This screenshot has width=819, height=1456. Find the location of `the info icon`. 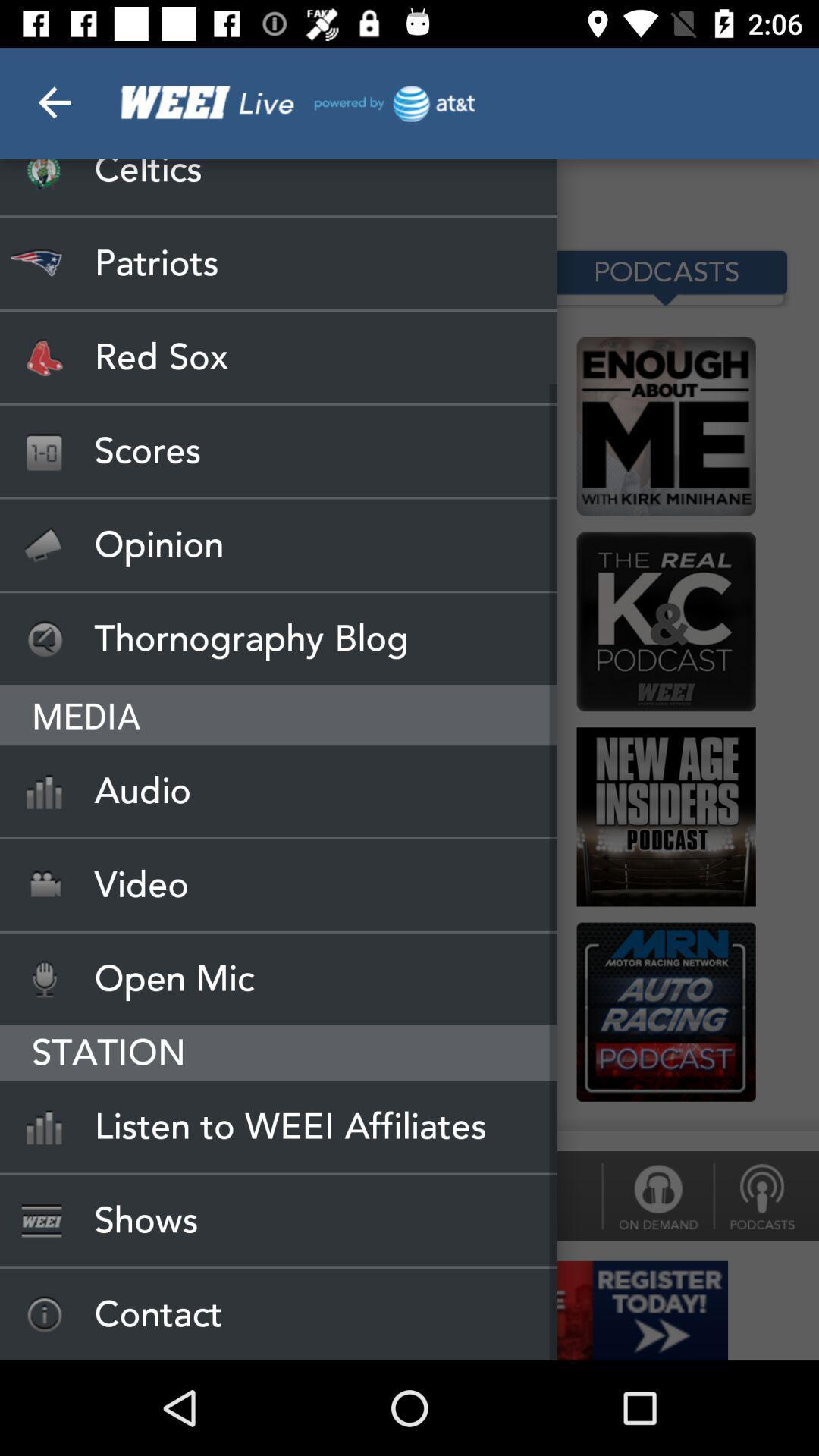

the info icon is located at coordinates (657, 1195).